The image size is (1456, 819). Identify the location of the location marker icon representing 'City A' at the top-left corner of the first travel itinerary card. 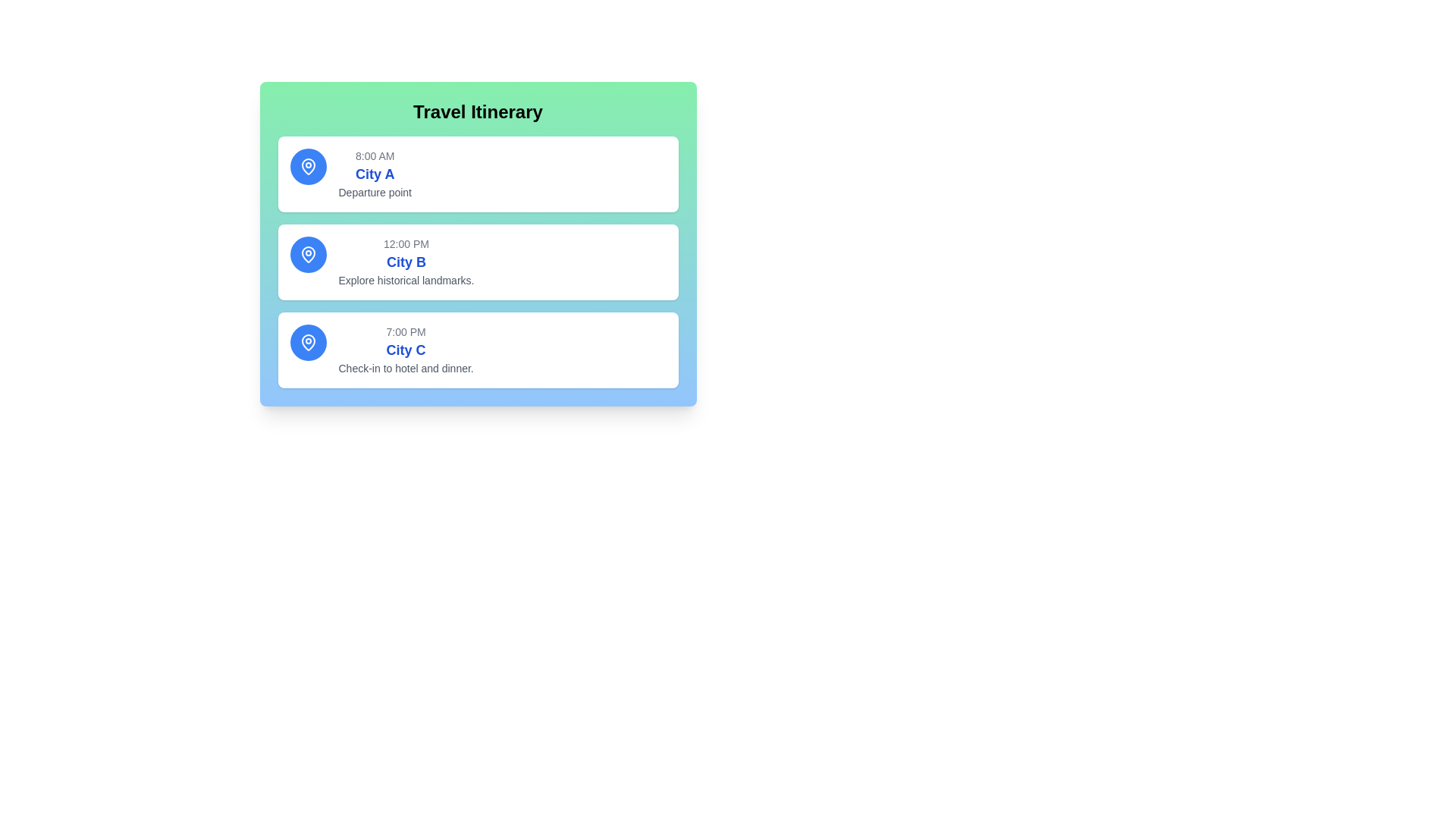
(307, 166).